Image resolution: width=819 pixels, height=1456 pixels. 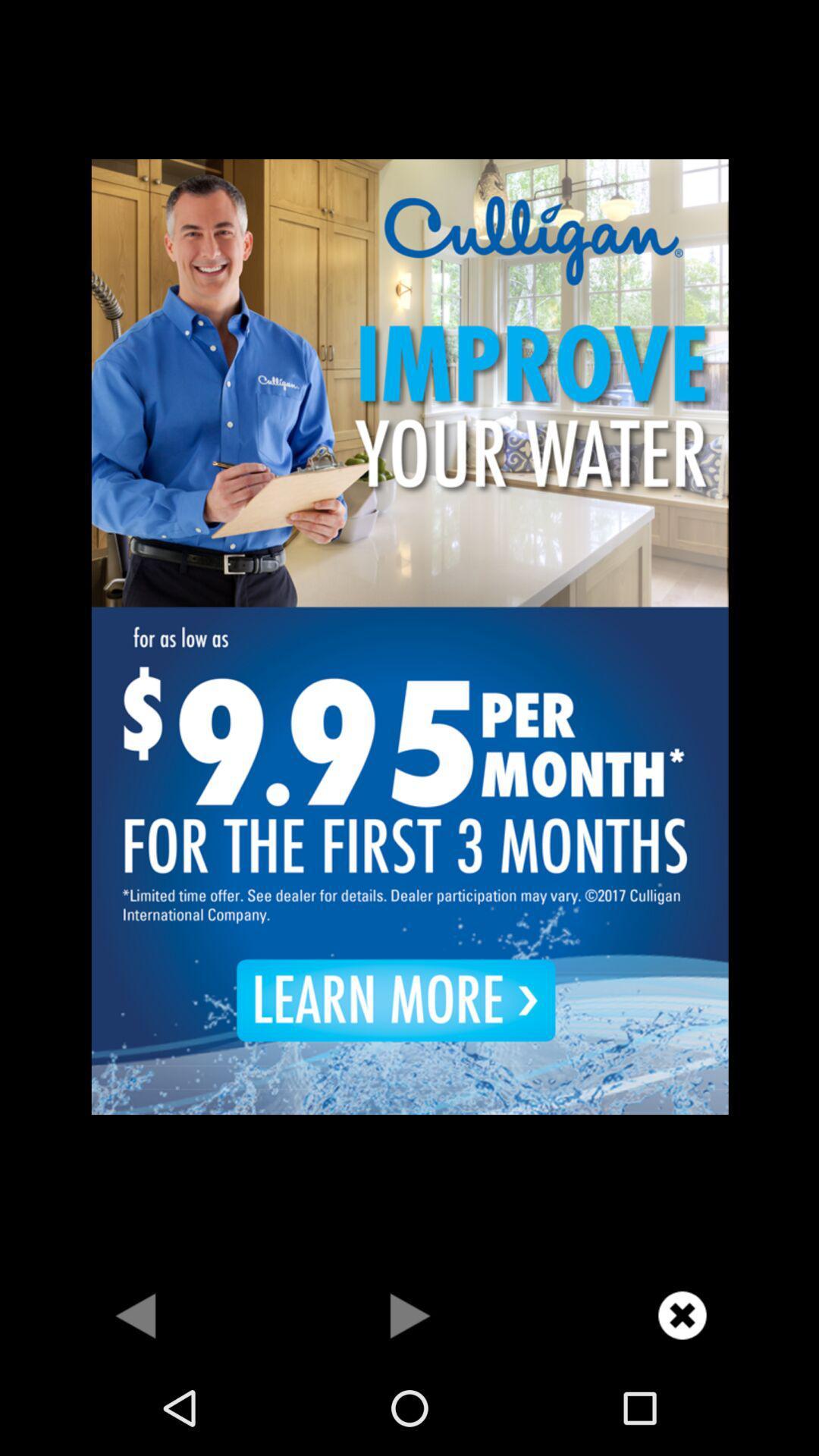 I want to click on go next, so click(x=409, y=1314).